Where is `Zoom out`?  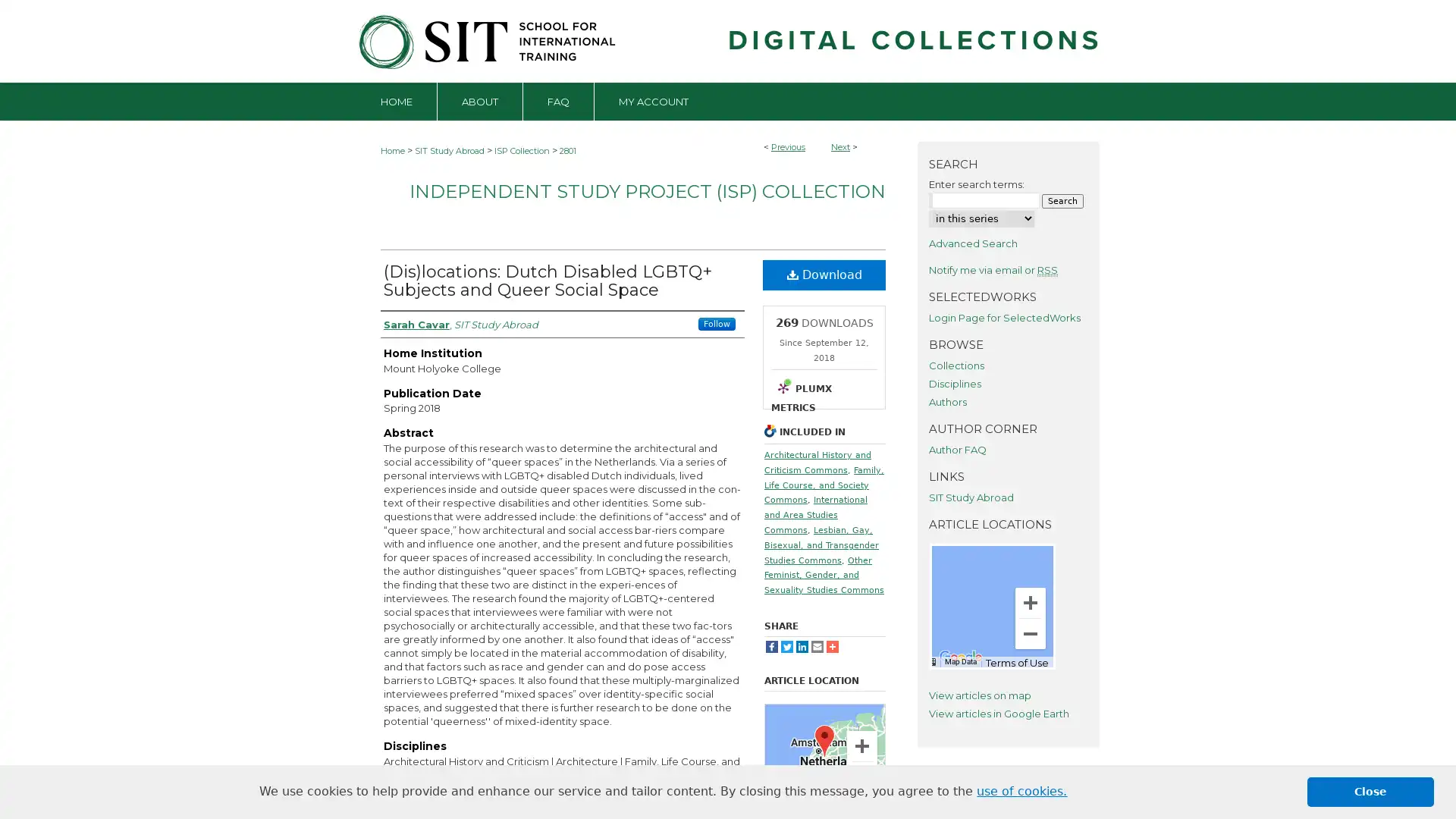 Zoom out is located at coordinates (1030, 632).